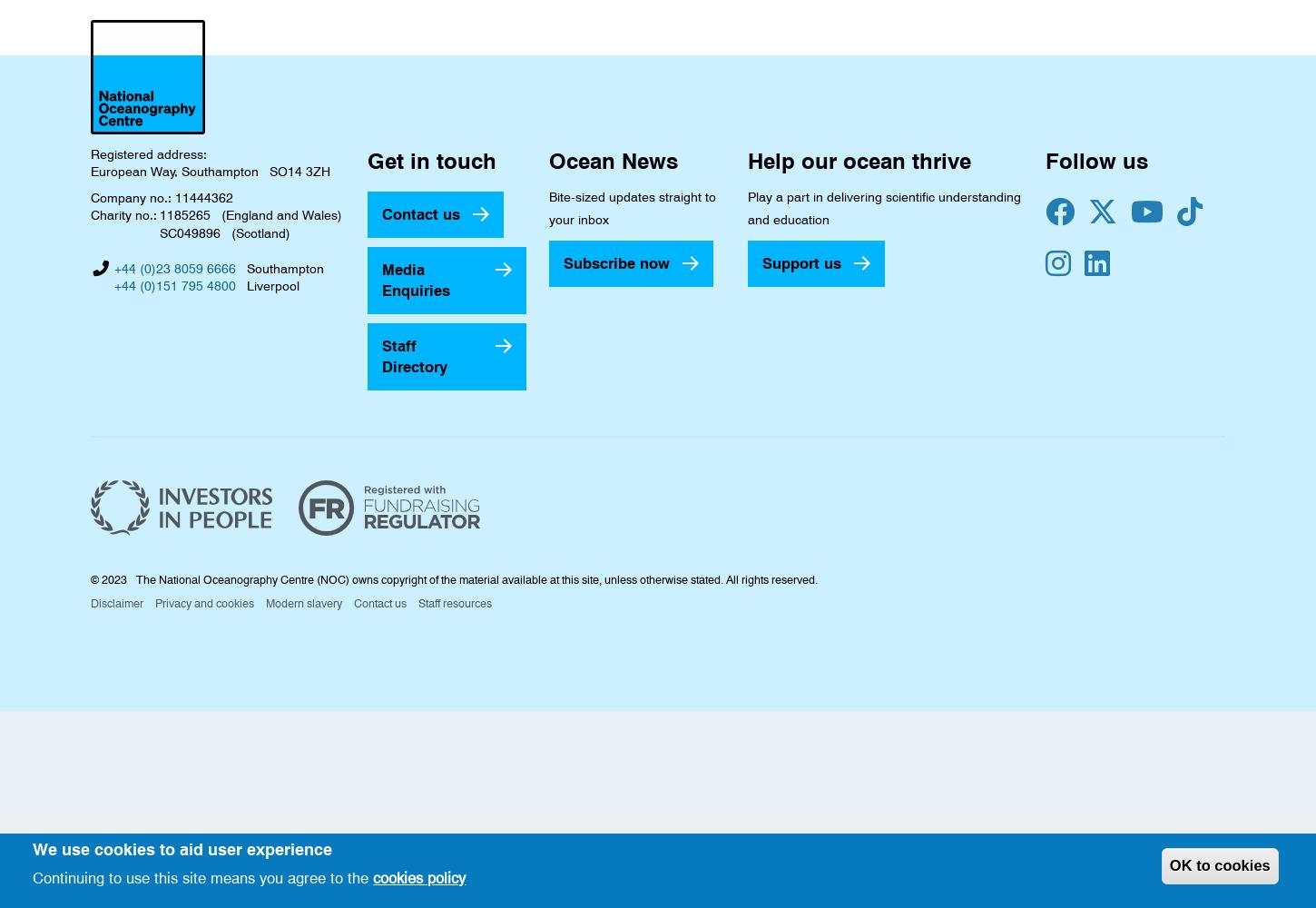  What do you see at coordinates (1218, 864) in the screenshot?
I see `'OK to cookies'` at bounding box center [1218, 864].